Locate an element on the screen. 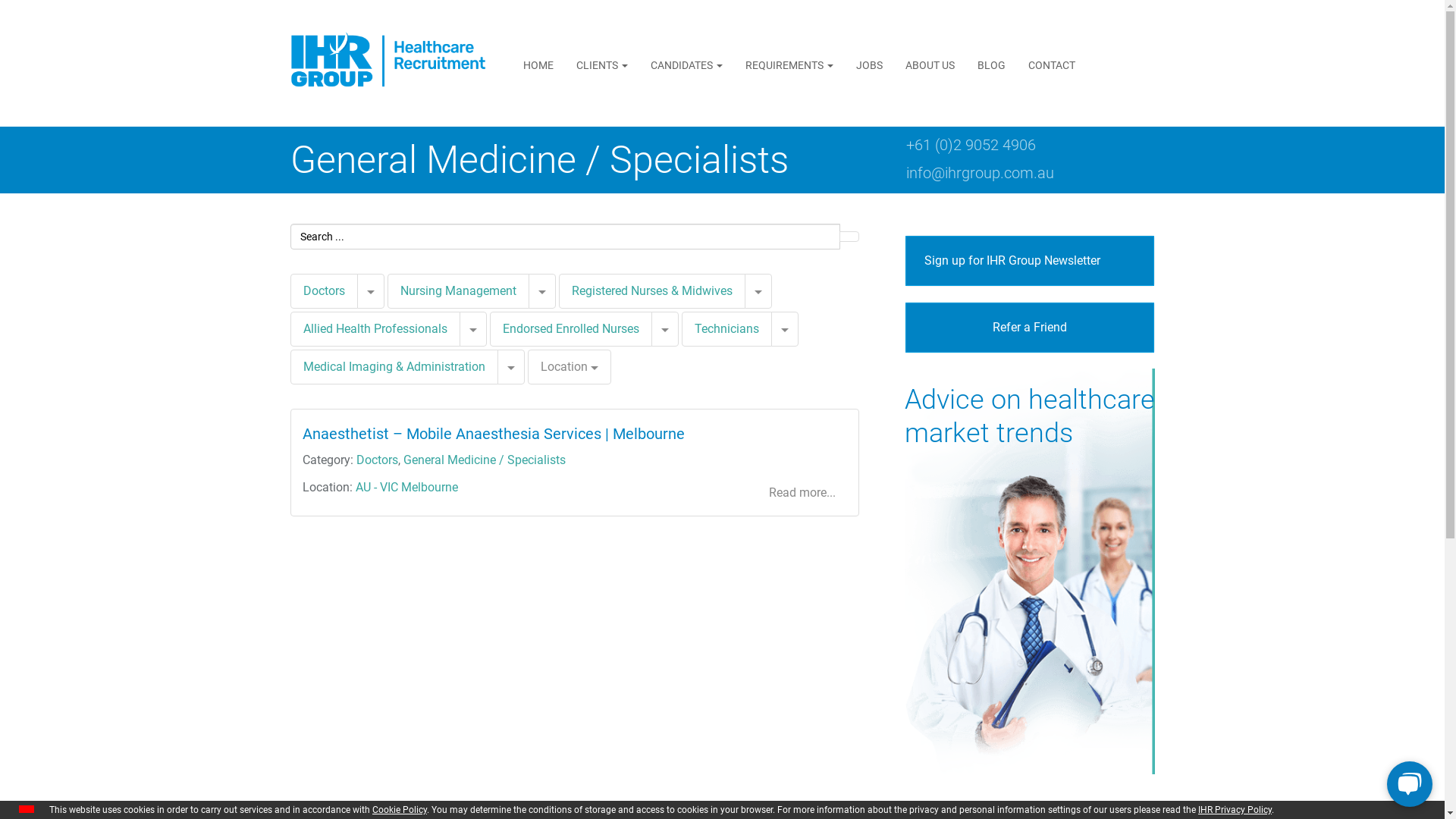  'Toggle Dropdown' is located at coordinates (783, 328).